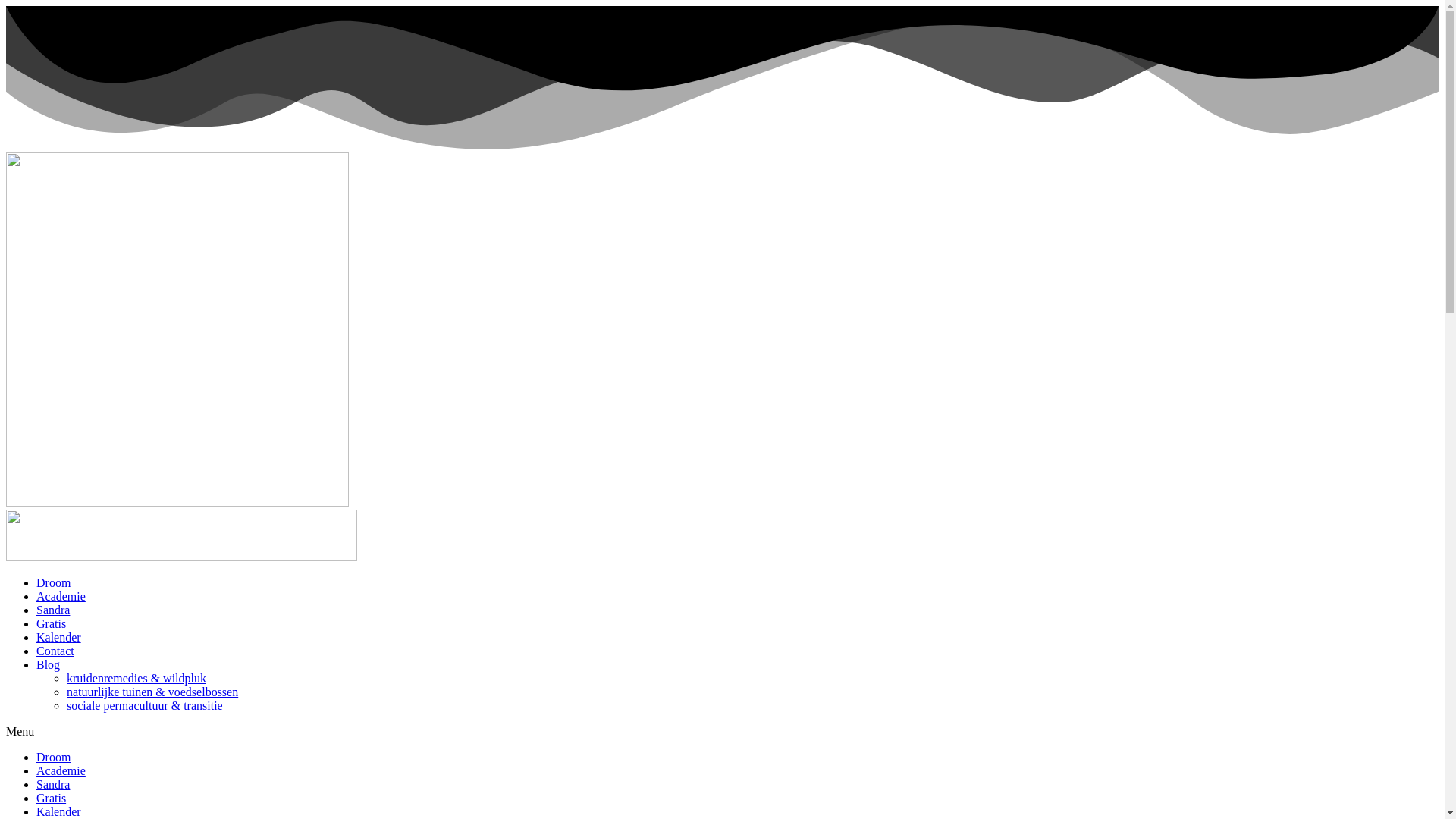 The height and width of the screenshot is (819, 1456). Describe the element at coordinates (152, 692) in the screenshot. I see `'natuurlijke tuinen & voedselbossen'` at that location.